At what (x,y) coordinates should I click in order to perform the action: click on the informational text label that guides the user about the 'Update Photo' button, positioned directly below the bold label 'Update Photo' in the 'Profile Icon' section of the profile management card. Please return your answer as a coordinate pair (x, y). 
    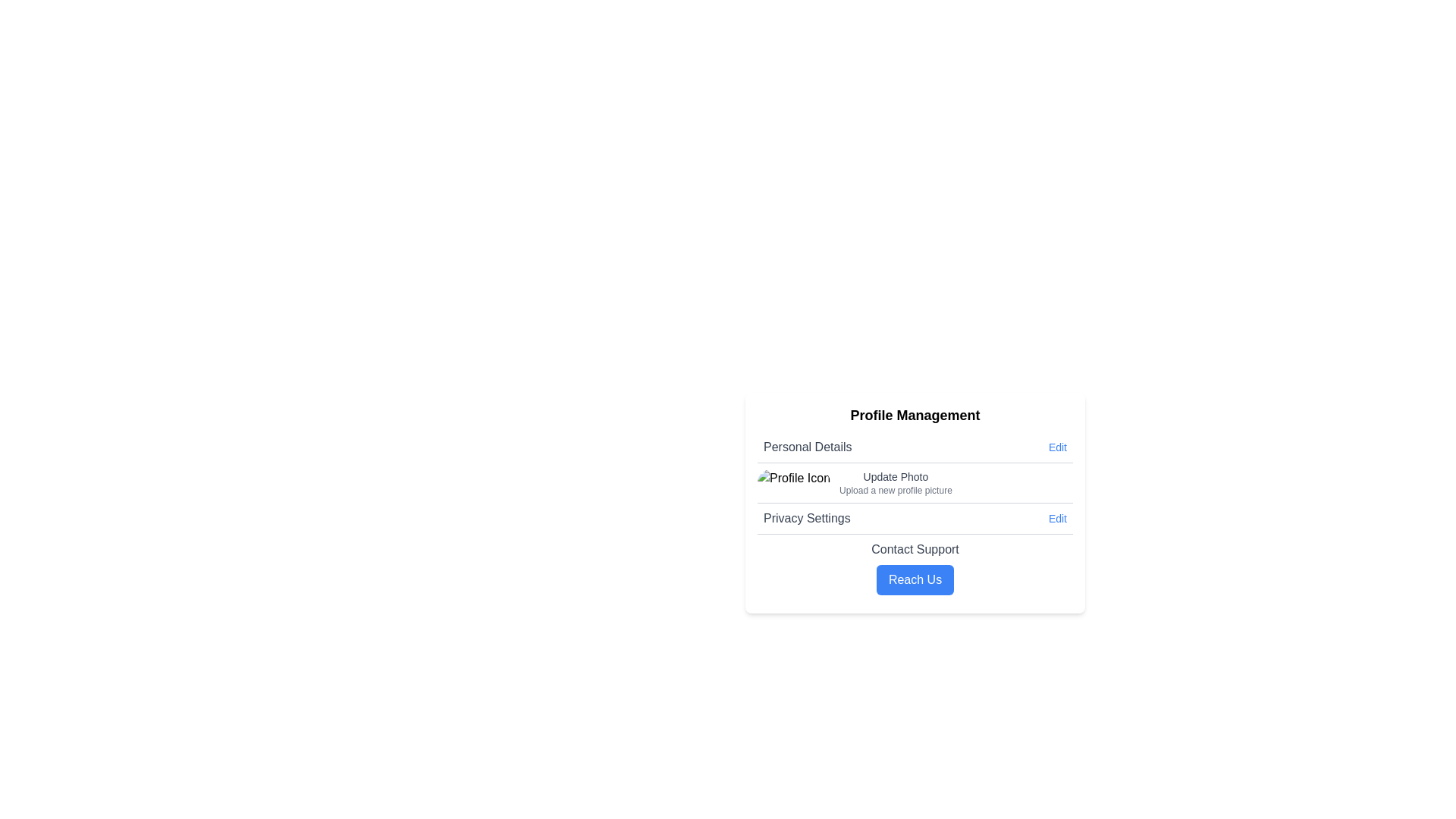
    Looking at the image, I should click on (896, 491).